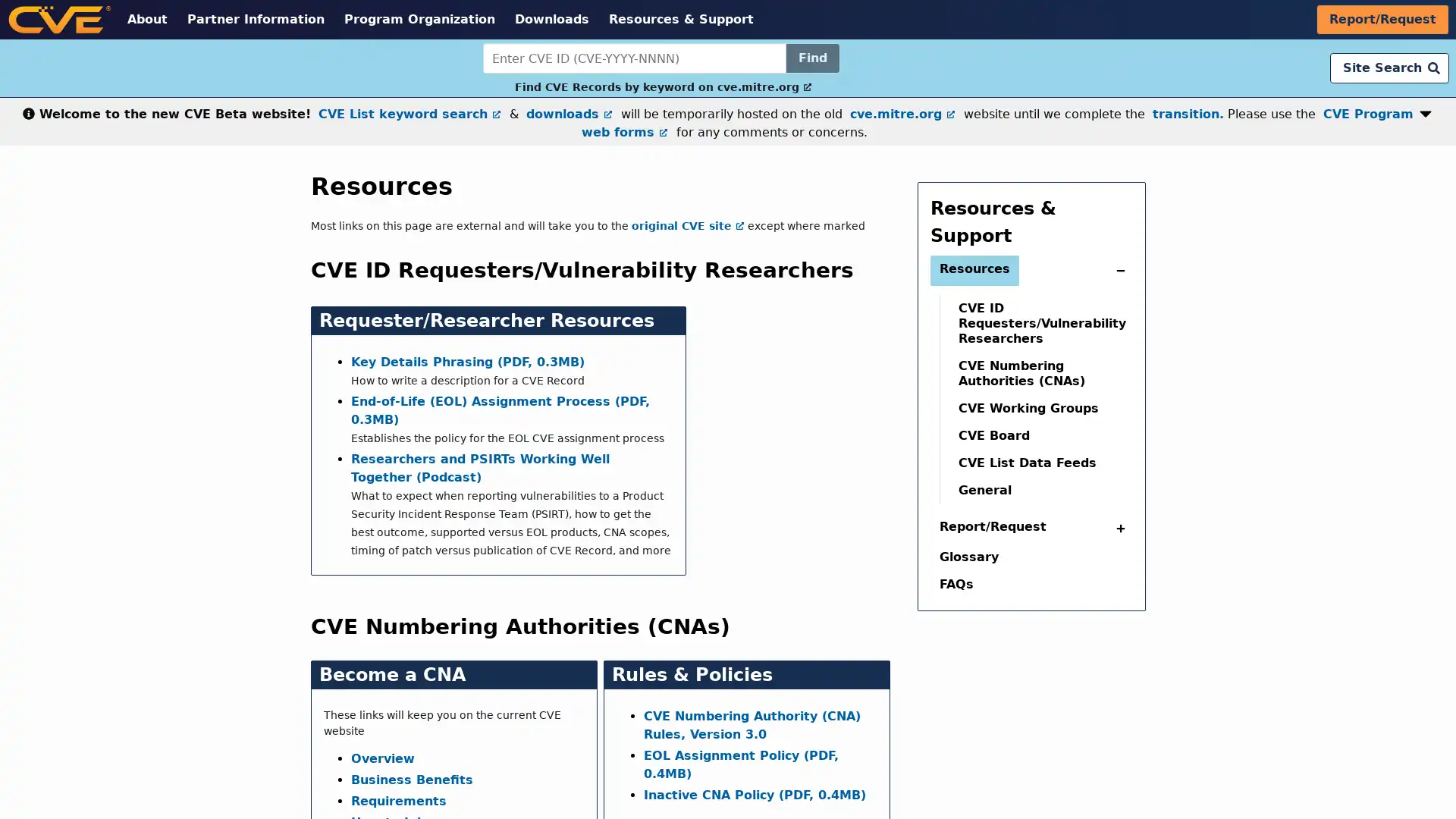  What do you see at coordinates (1117, 270) in the screenshot?
I see `expand` at bounding box center [1117, 270].